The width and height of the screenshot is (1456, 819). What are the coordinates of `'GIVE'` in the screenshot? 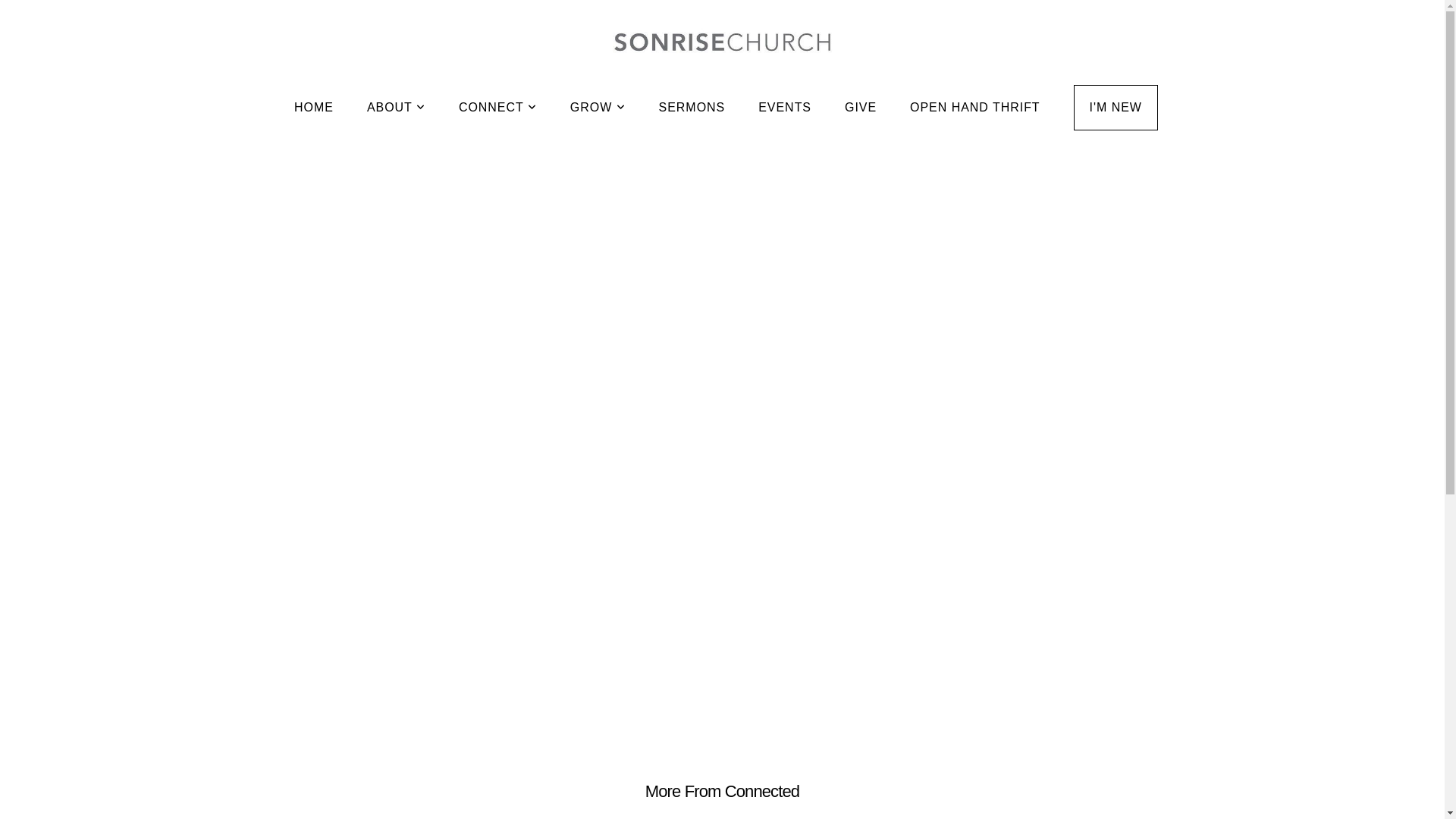 It's located at (860, 107).